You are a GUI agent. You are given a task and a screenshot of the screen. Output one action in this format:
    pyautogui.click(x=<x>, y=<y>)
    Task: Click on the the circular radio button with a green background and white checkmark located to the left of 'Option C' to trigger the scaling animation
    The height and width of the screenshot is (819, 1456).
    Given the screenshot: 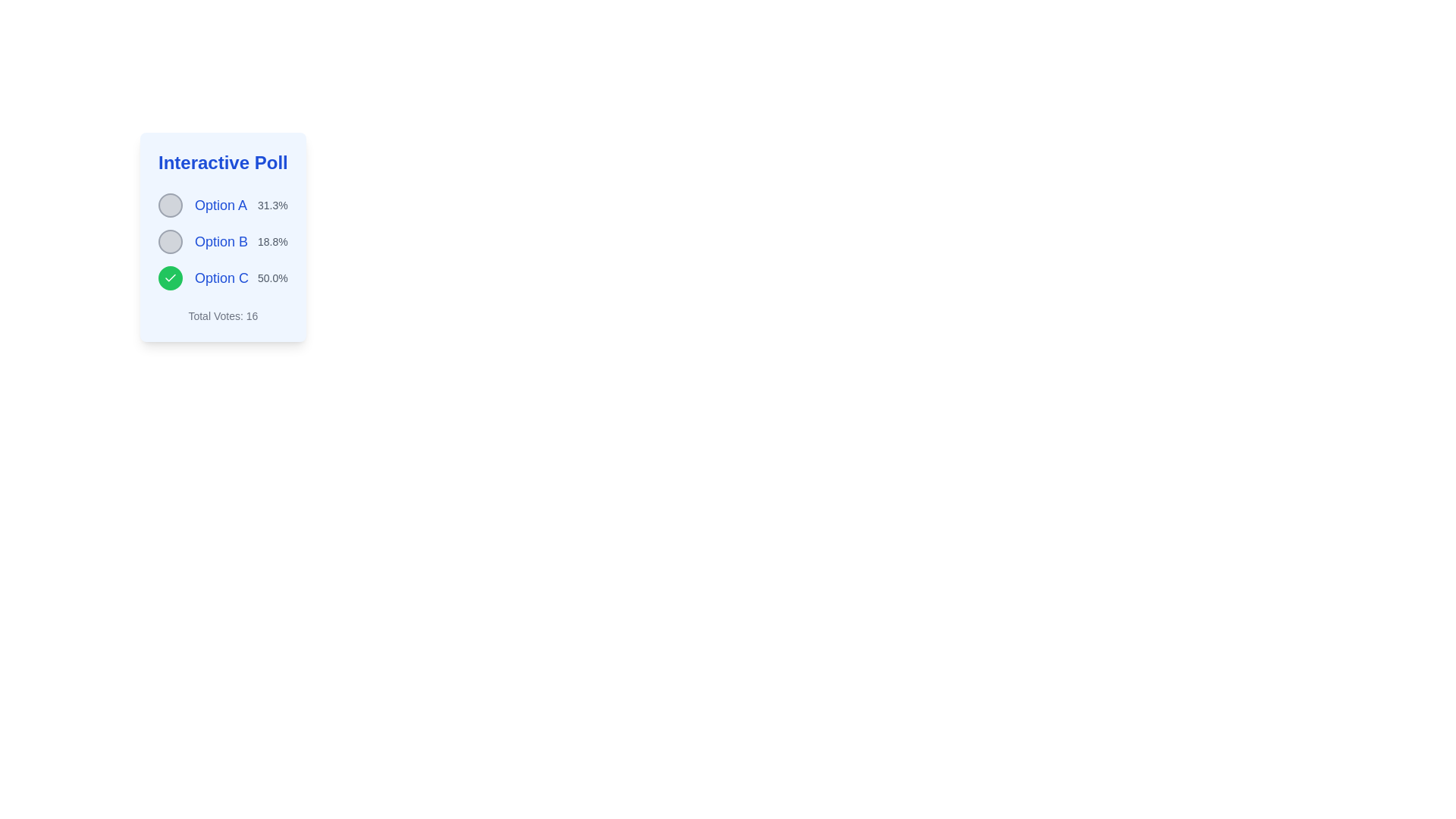 What is the action you would take?
    pyautogui.click(x=171, y=278)
    